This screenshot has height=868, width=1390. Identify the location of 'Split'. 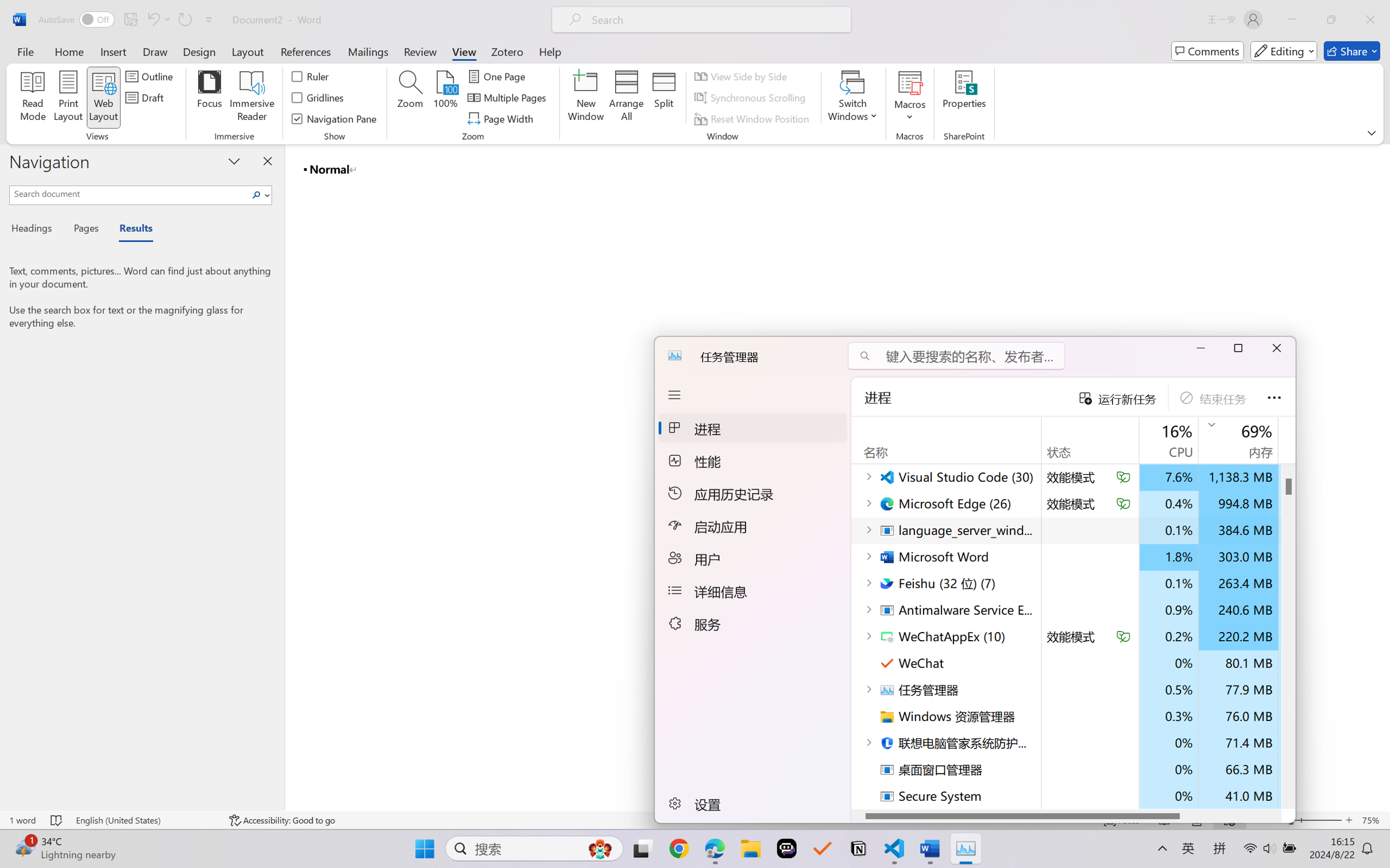
(663, 98).